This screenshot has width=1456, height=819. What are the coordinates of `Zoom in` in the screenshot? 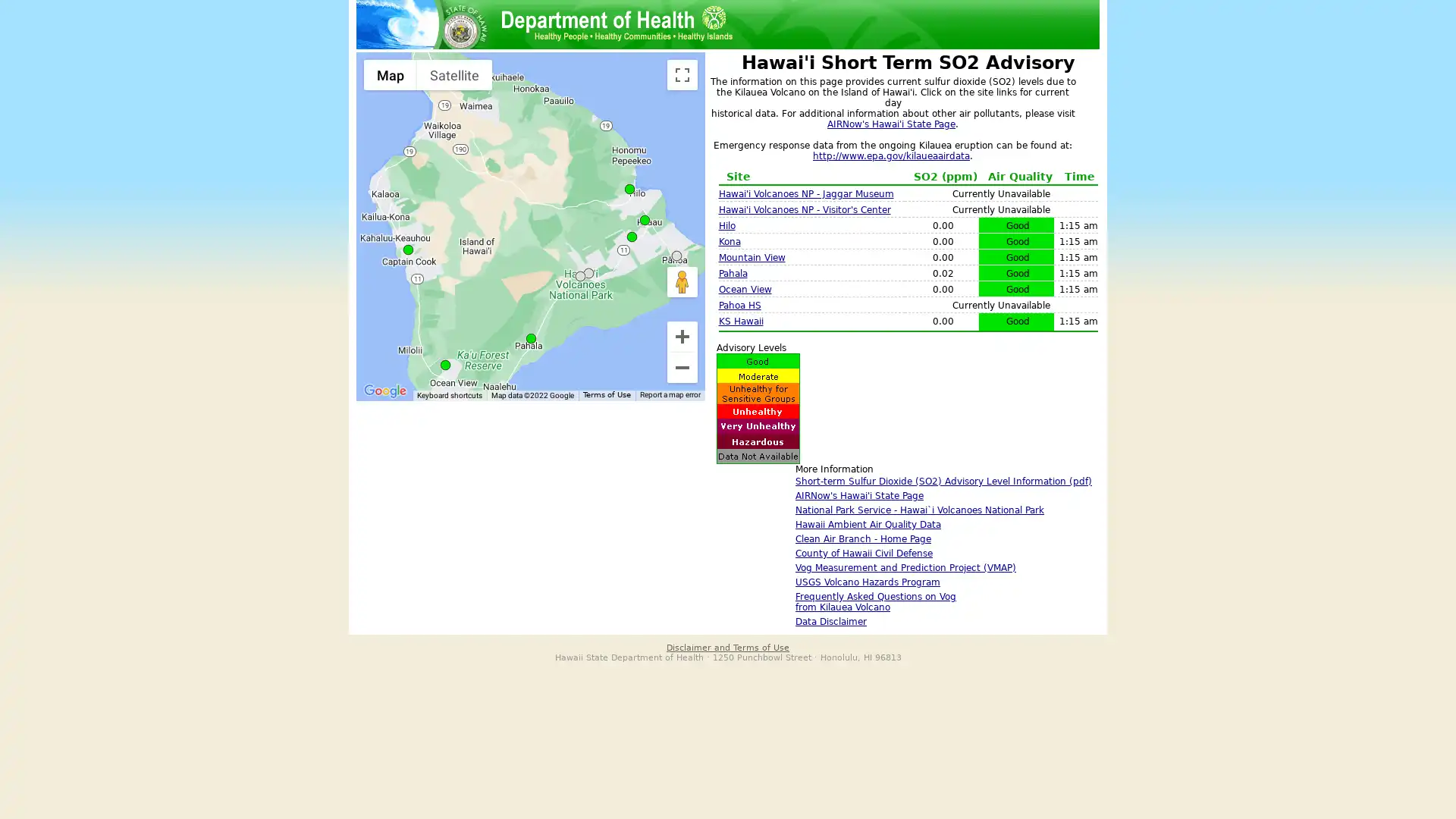 It's located at (682, 335).